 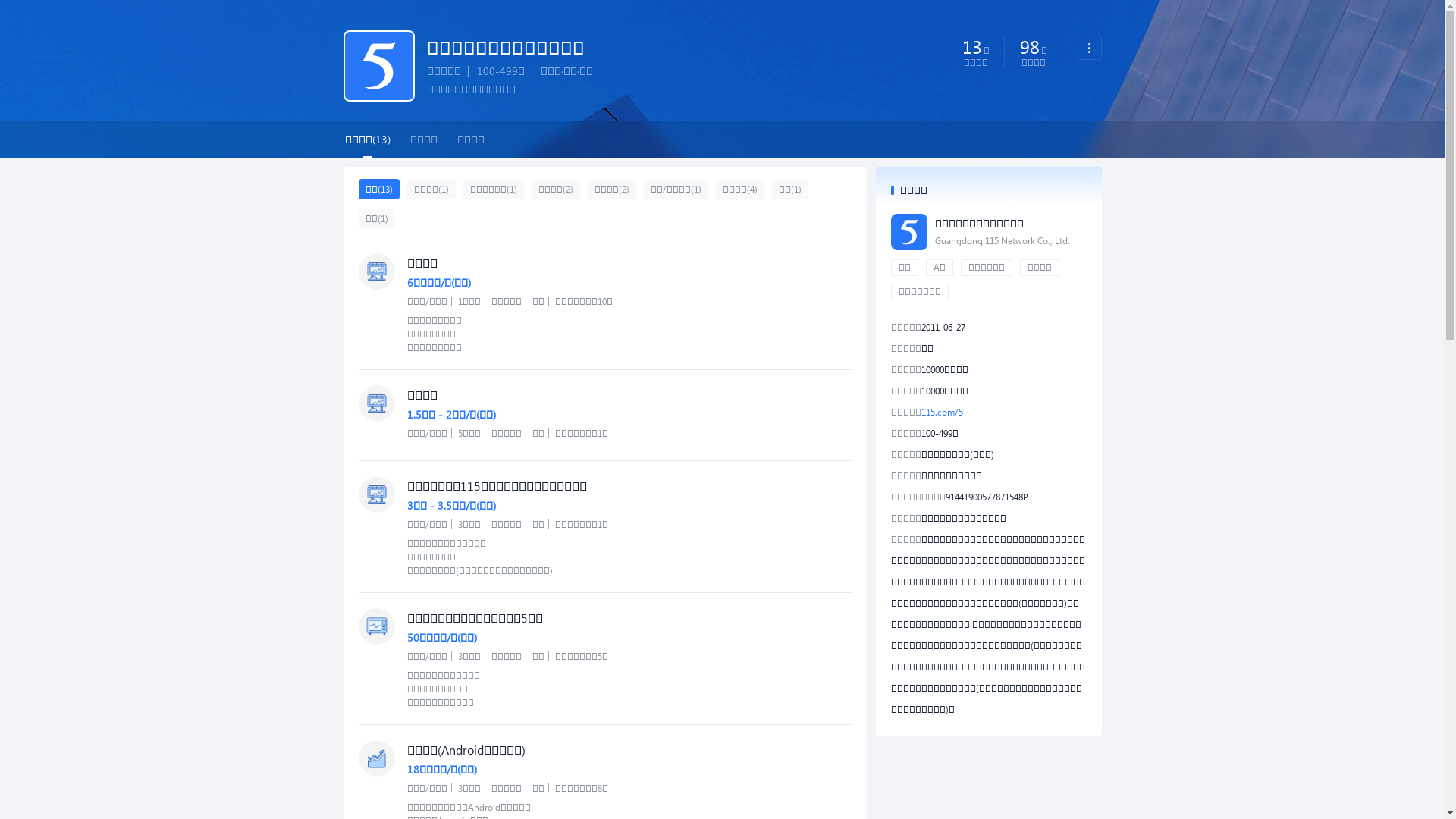 I want to click on '115.com/5', so click(x=940, y=412).